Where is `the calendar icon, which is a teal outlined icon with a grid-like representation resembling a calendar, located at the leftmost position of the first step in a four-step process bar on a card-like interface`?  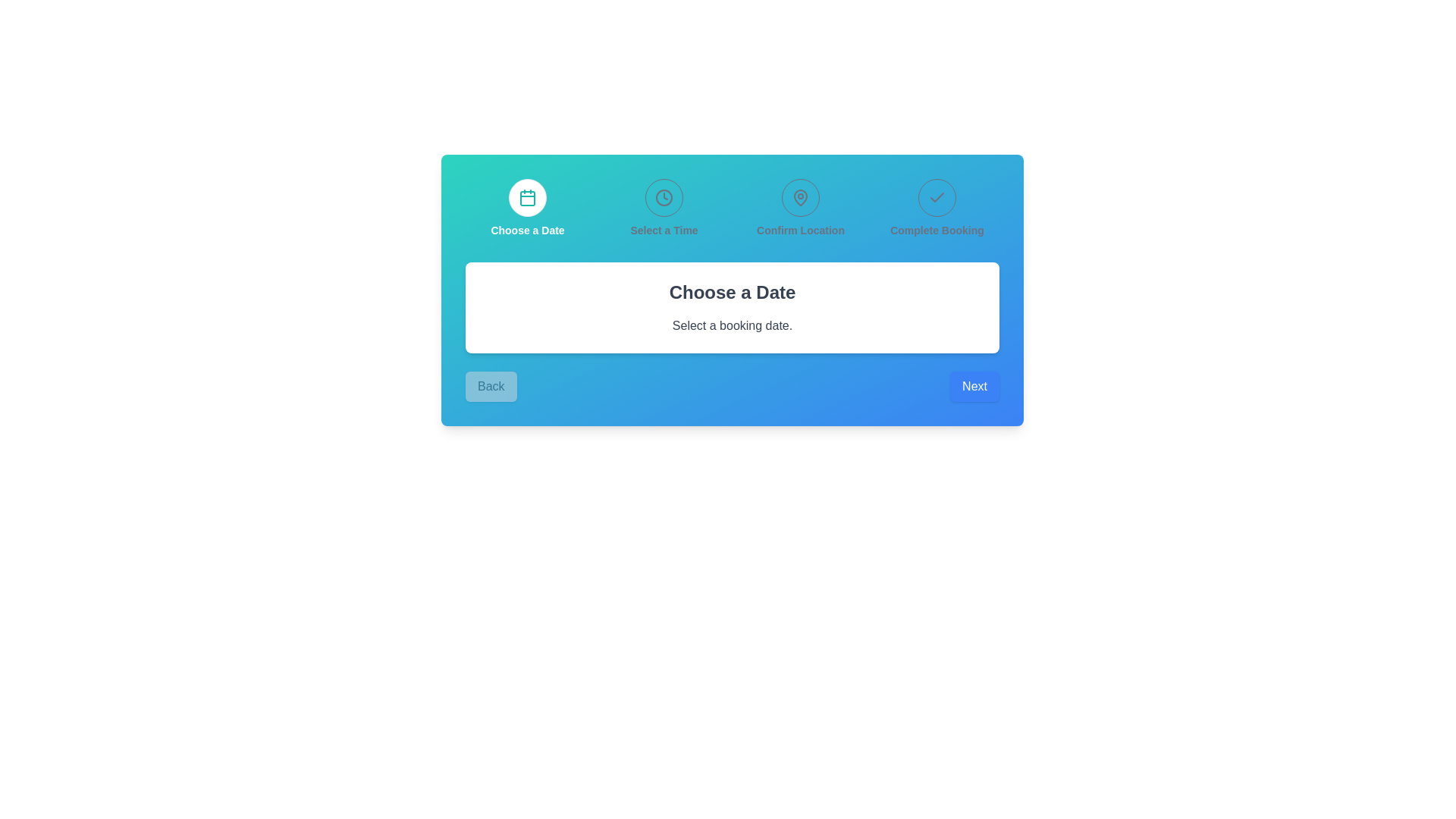
the calendar icon, which is a teal outlined icon with a grid-like representation resembling a calendar, located at the leftmost position of the first step in a four-step process bar on a card-like interface is located at coordinates (528, 197).